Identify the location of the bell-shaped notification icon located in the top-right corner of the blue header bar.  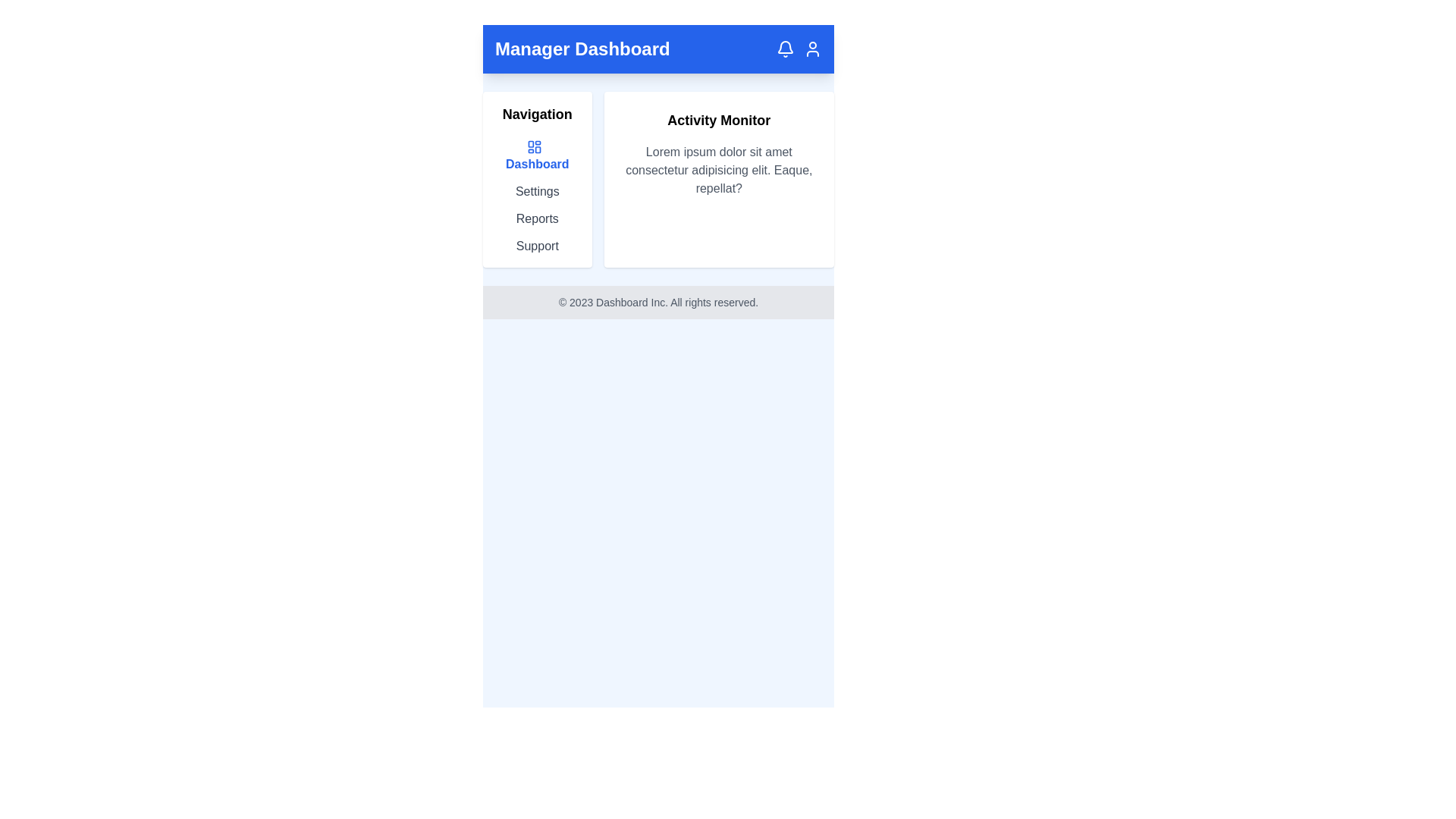
(786, 49).